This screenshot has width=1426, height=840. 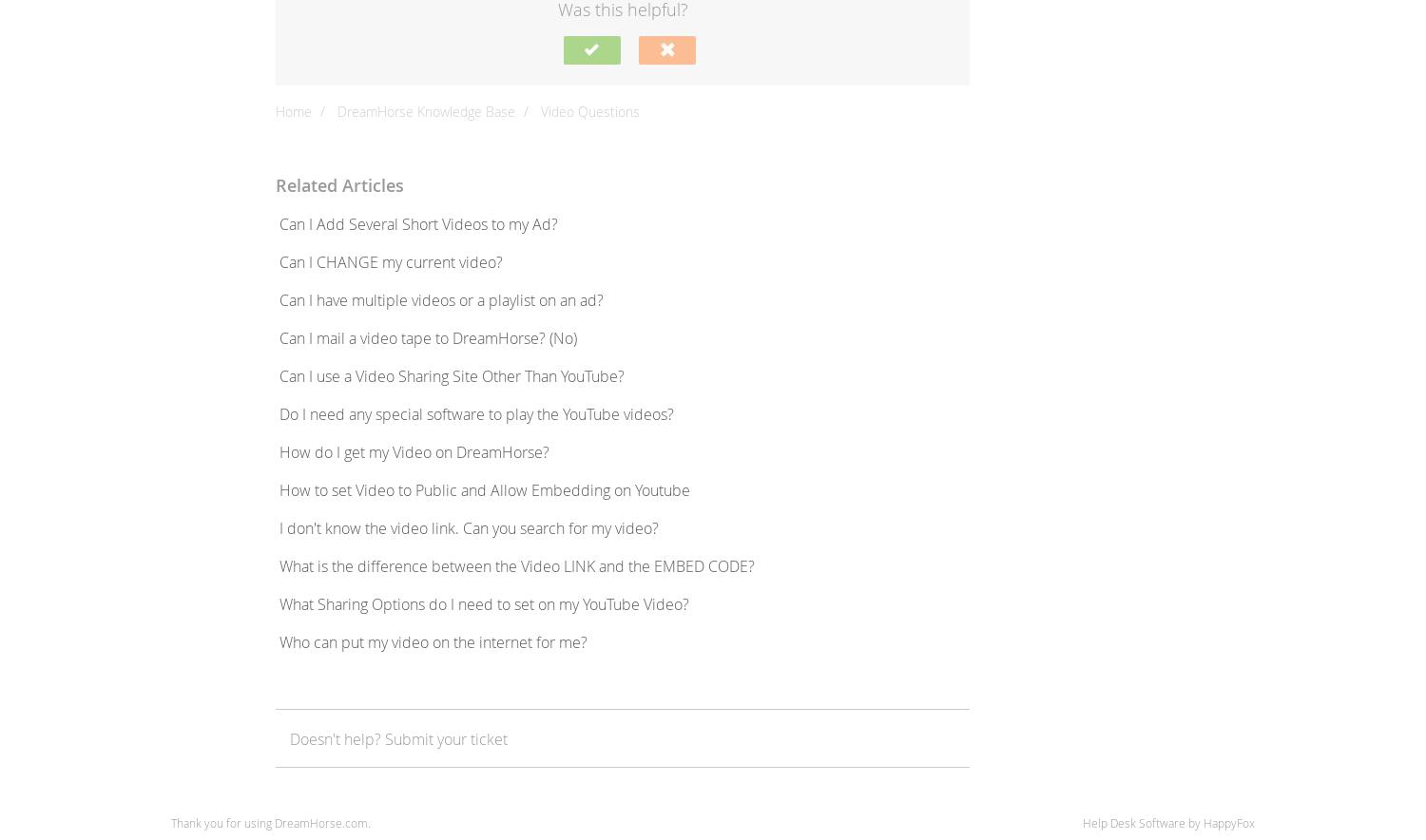 I want to click on 'How do I get my Video on DreamHorse?', so click(x=414, y=452).